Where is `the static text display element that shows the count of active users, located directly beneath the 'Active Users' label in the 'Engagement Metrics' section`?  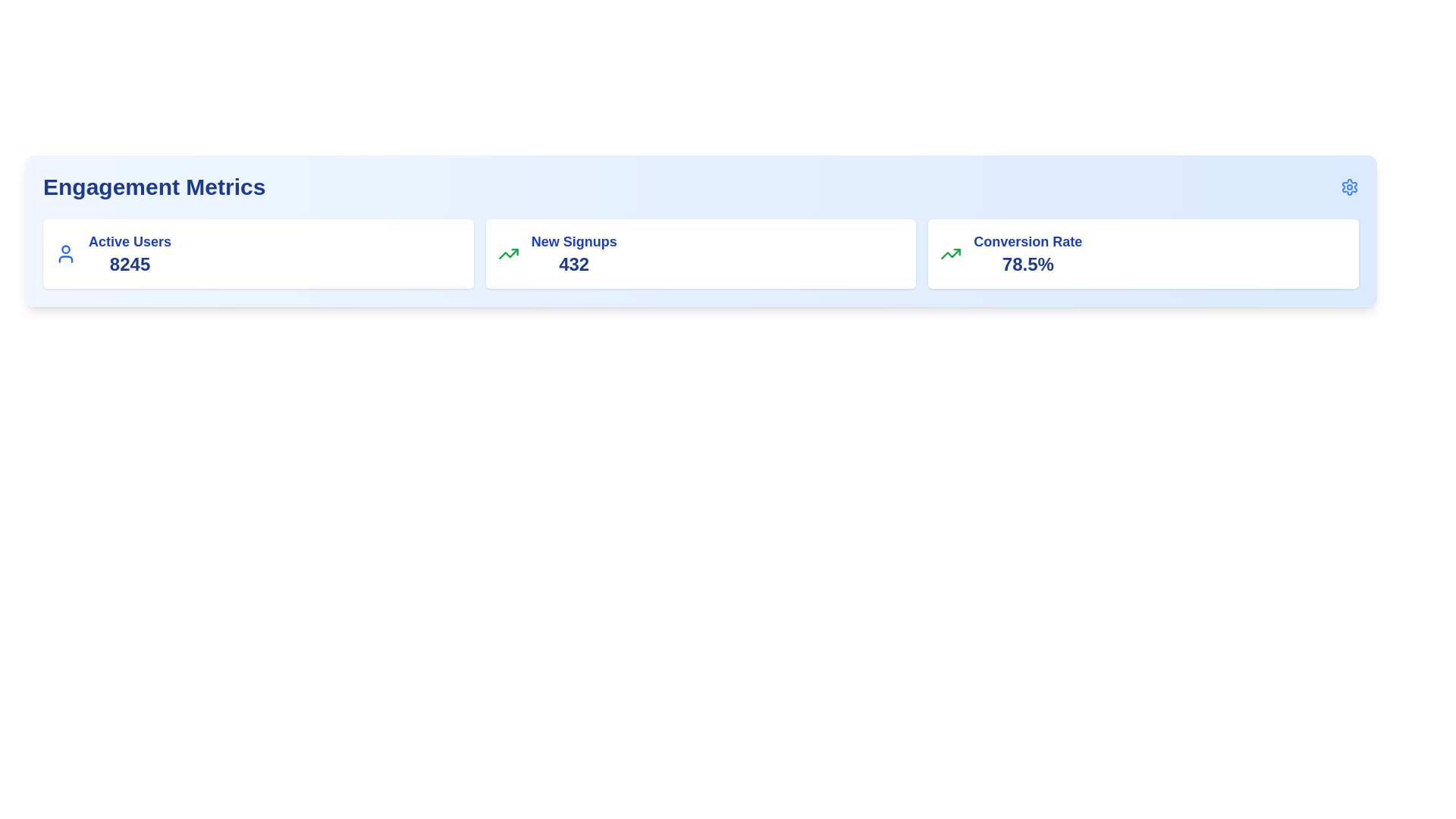
the static text display element that shows the count of active users, located directly beneath the 'Active Users' label in the 'Engagement Metrics' section is located at coordinates (130, 263).